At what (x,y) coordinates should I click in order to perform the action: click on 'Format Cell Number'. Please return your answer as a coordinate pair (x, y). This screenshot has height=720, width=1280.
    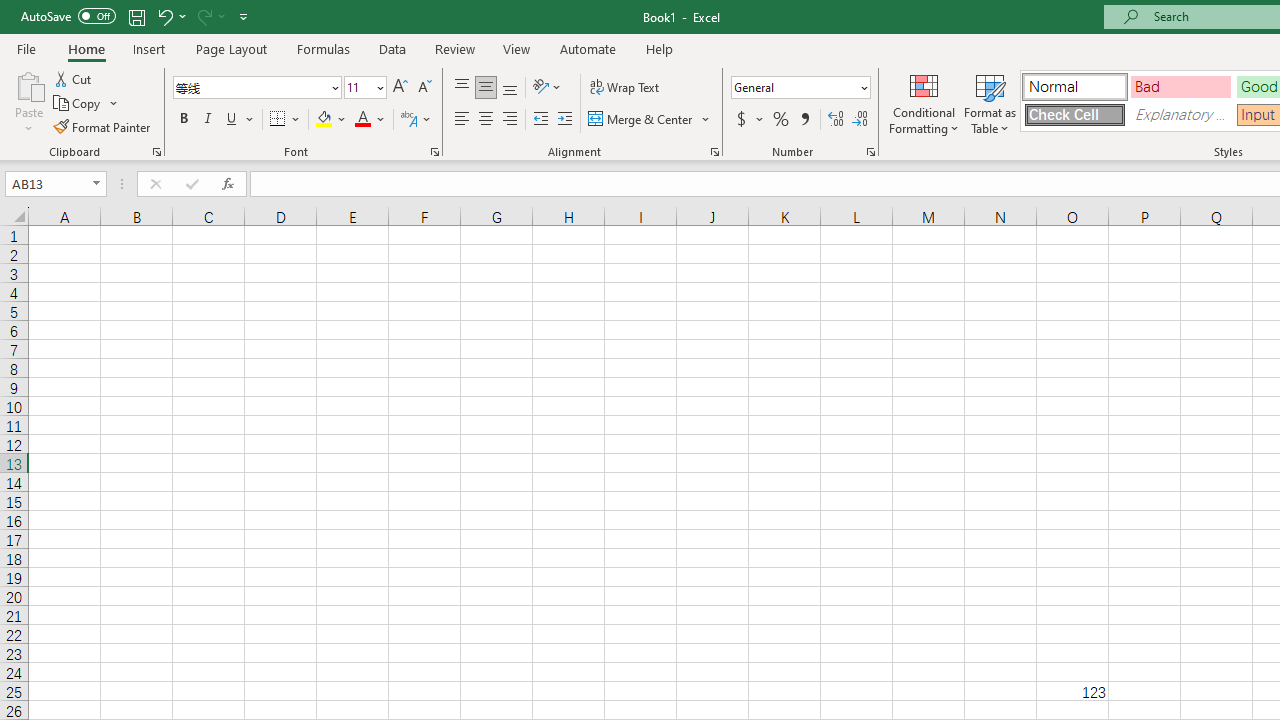
    Looking at the image, I should click on (871, 150).